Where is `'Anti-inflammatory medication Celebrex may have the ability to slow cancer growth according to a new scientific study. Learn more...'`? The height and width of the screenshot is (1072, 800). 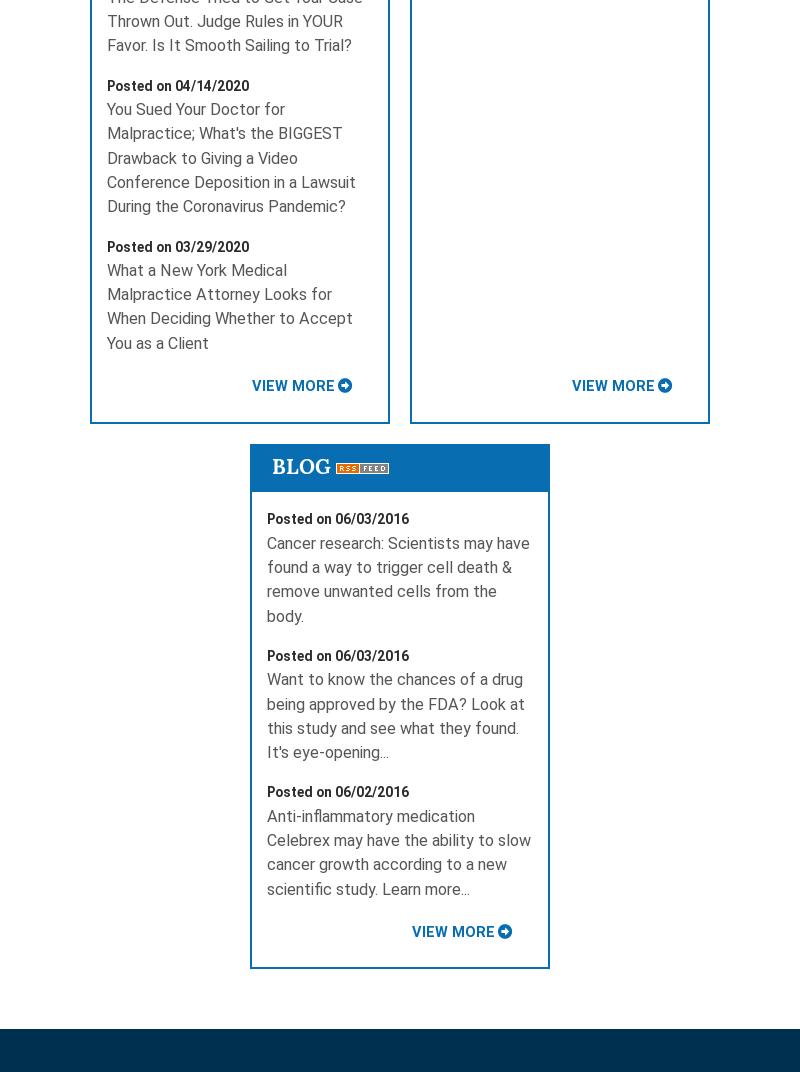 'Anti-inflammatory medication Celebrex may have the ability to slow cancer growth according to a new scientific study. Learn more...' is located at coordinates (397, 851).